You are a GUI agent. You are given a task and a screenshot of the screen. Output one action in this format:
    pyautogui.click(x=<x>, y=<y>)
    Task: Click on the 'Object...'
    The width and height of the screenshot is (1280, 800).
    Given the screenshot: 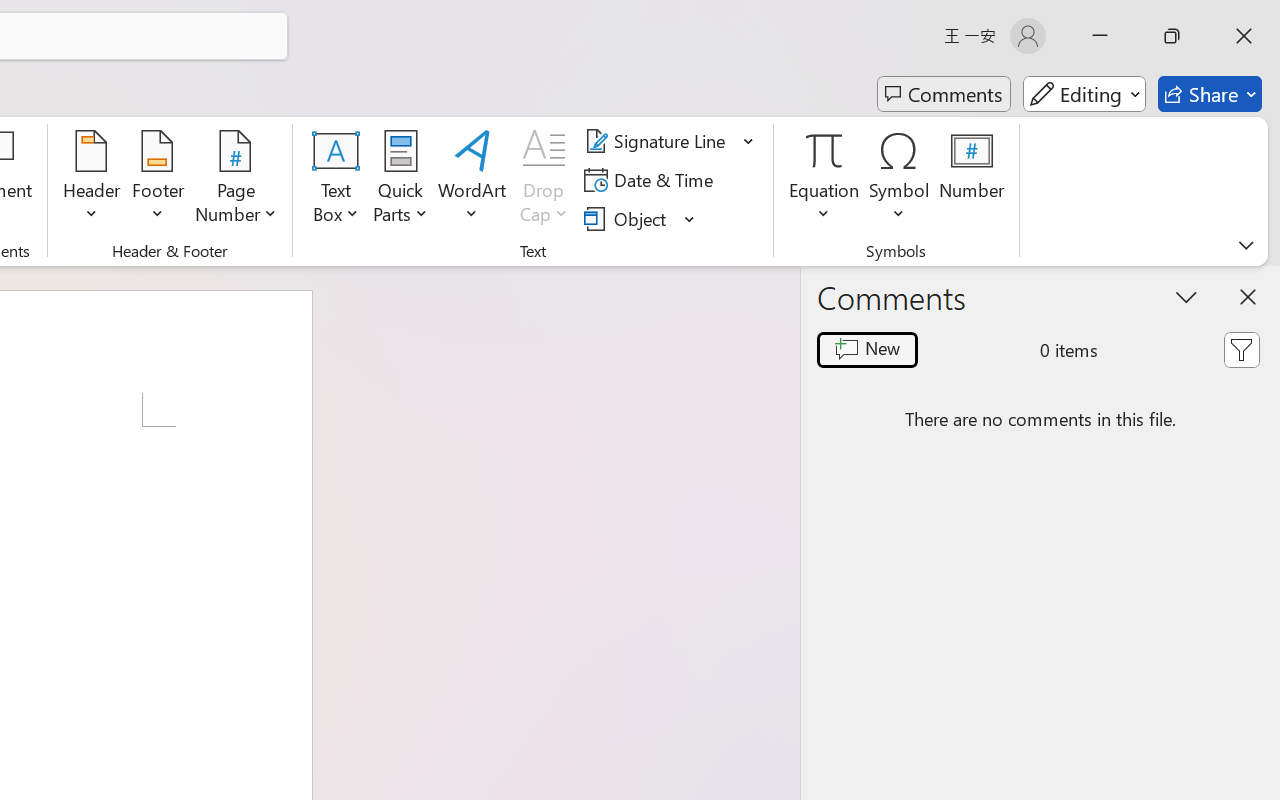 What is the action you would take?
    pyautogui.click(x=627, y=218)
    